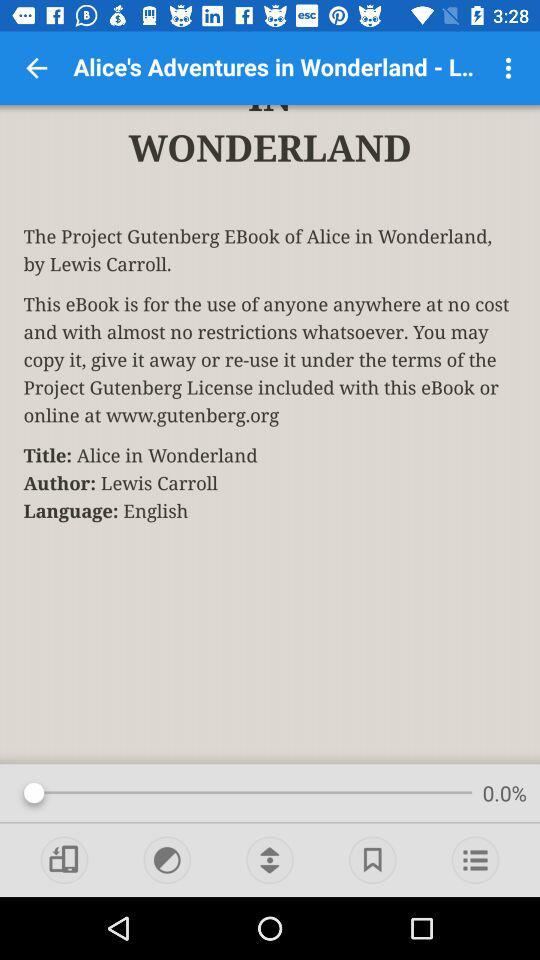 The image size is (540, 960). Describe the element at coordinates (36, 68) in the screenshot. I see `the arrow_backward icon` at that location.